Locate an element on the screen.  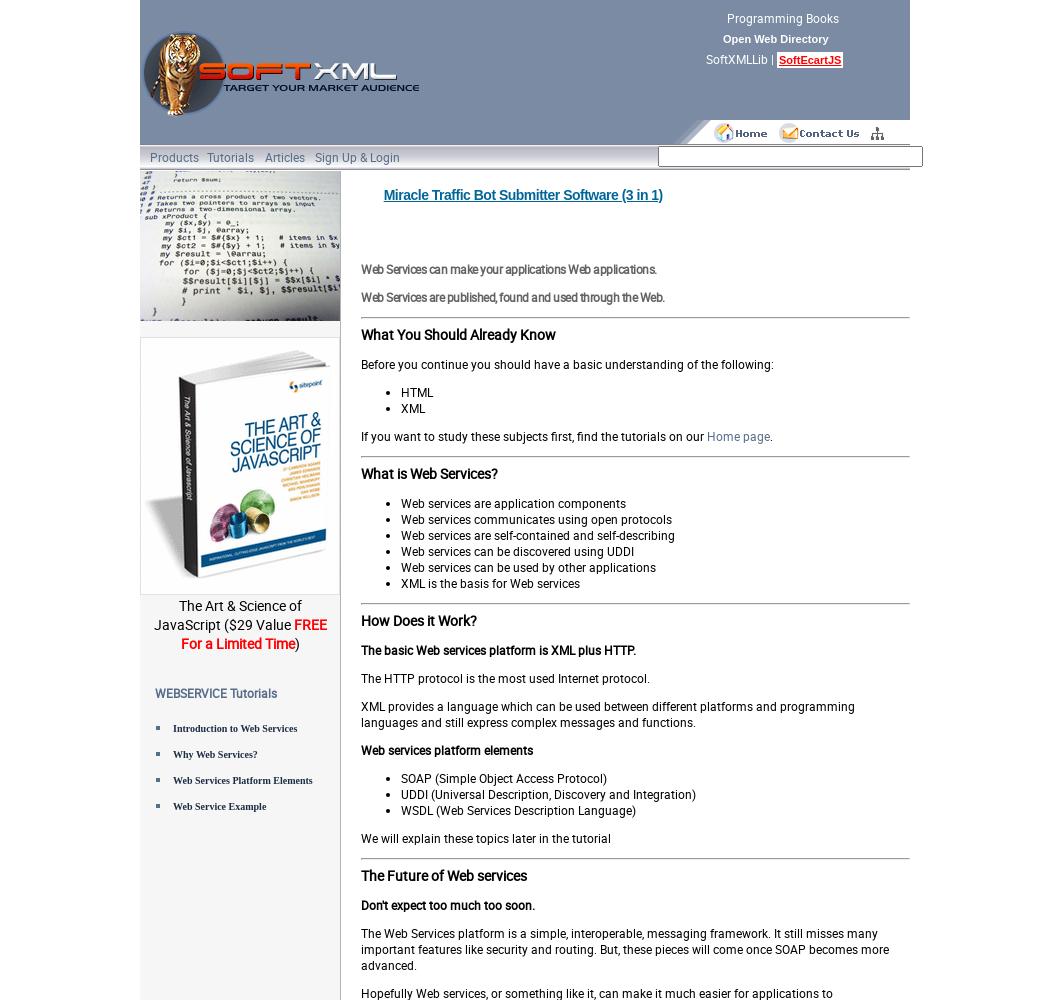
'What You Should Already Know' is located at coordinates (359, 333).